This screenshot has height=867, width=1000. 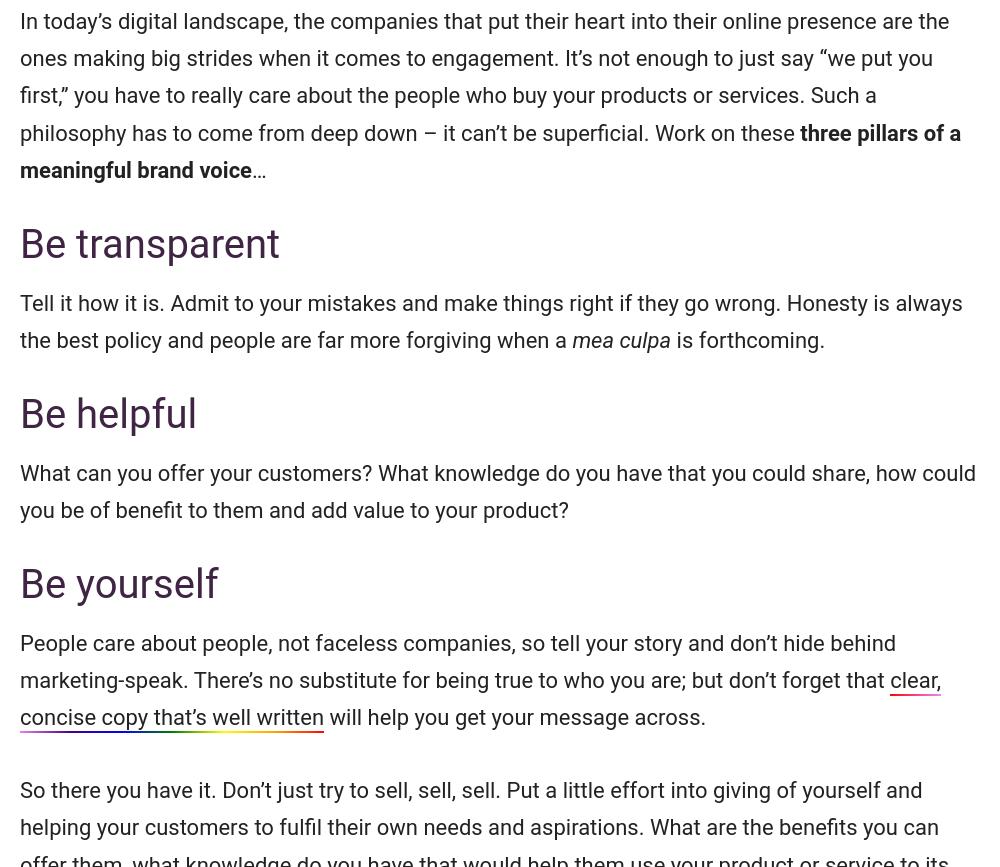 What do you see at coordinates (620, 340) in the screenshot?
I see `'mea culpa'` at bounding box center [620, 340].